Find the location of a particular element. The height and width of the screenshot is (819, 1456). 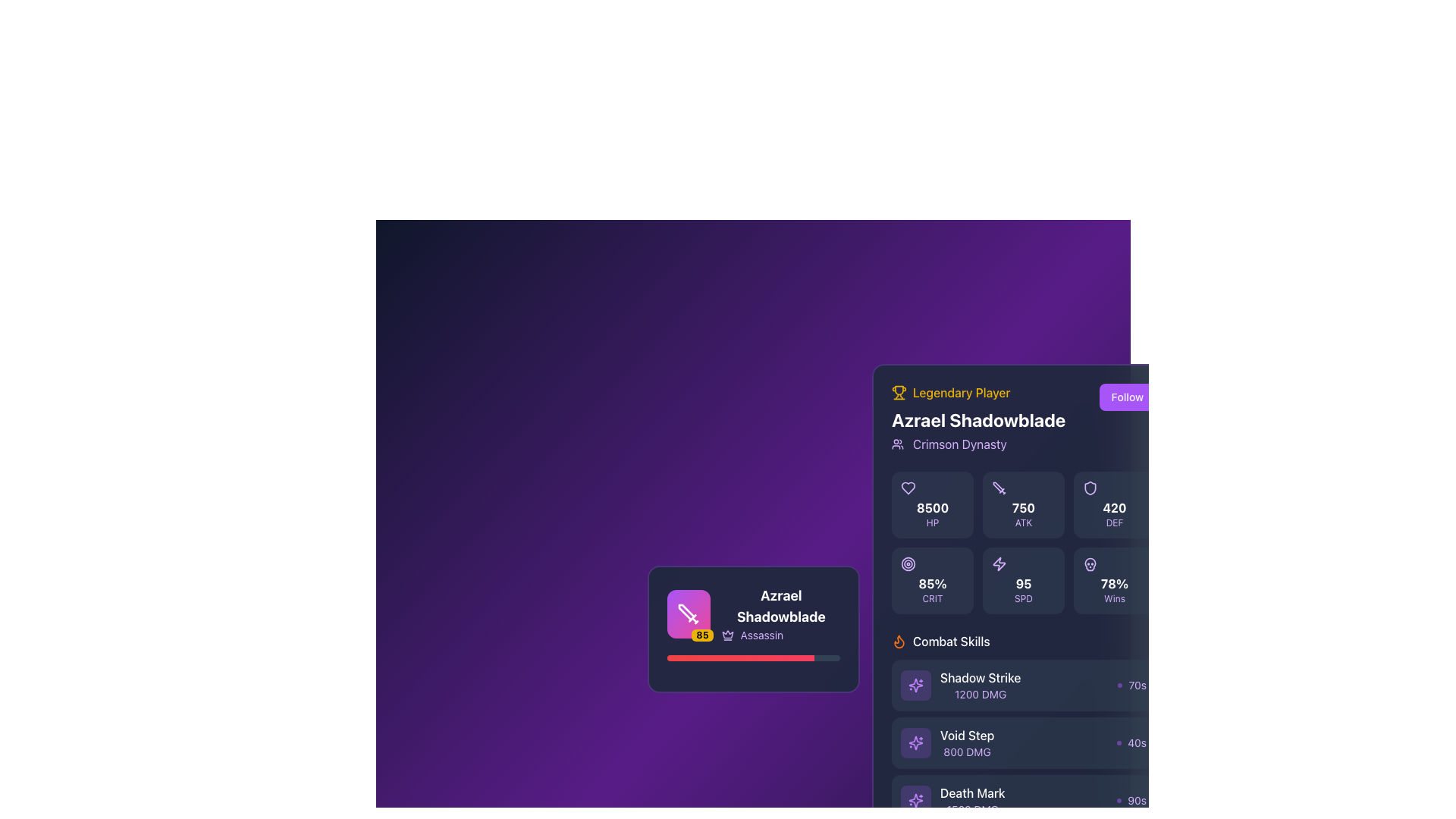

text label 'Assassin' which is a distinct purple color and positioned to the right of a small crown icon within a tooltip-like widget is located at coordinates (761, 635).